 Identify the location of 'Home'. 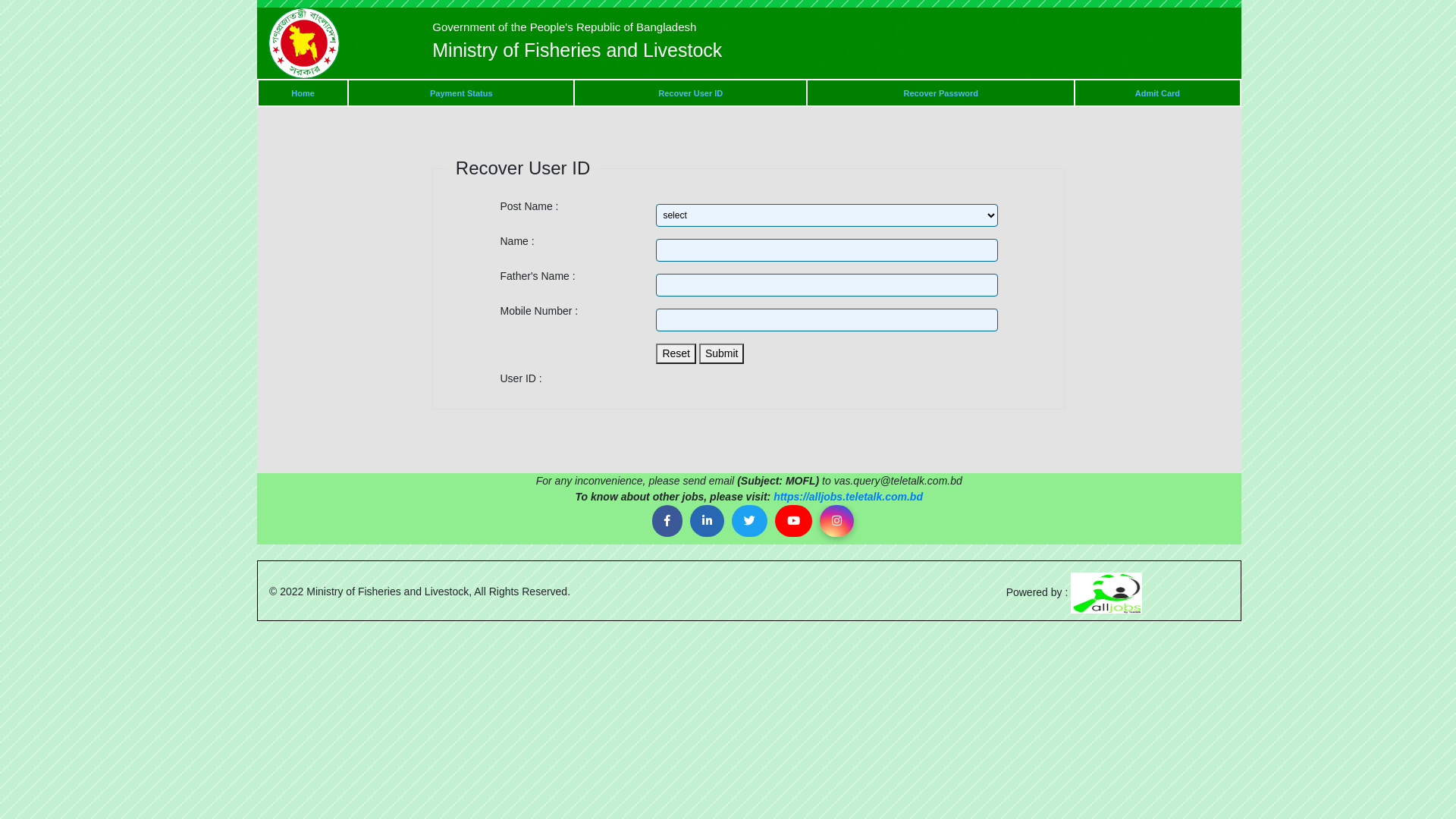
(303, 93).